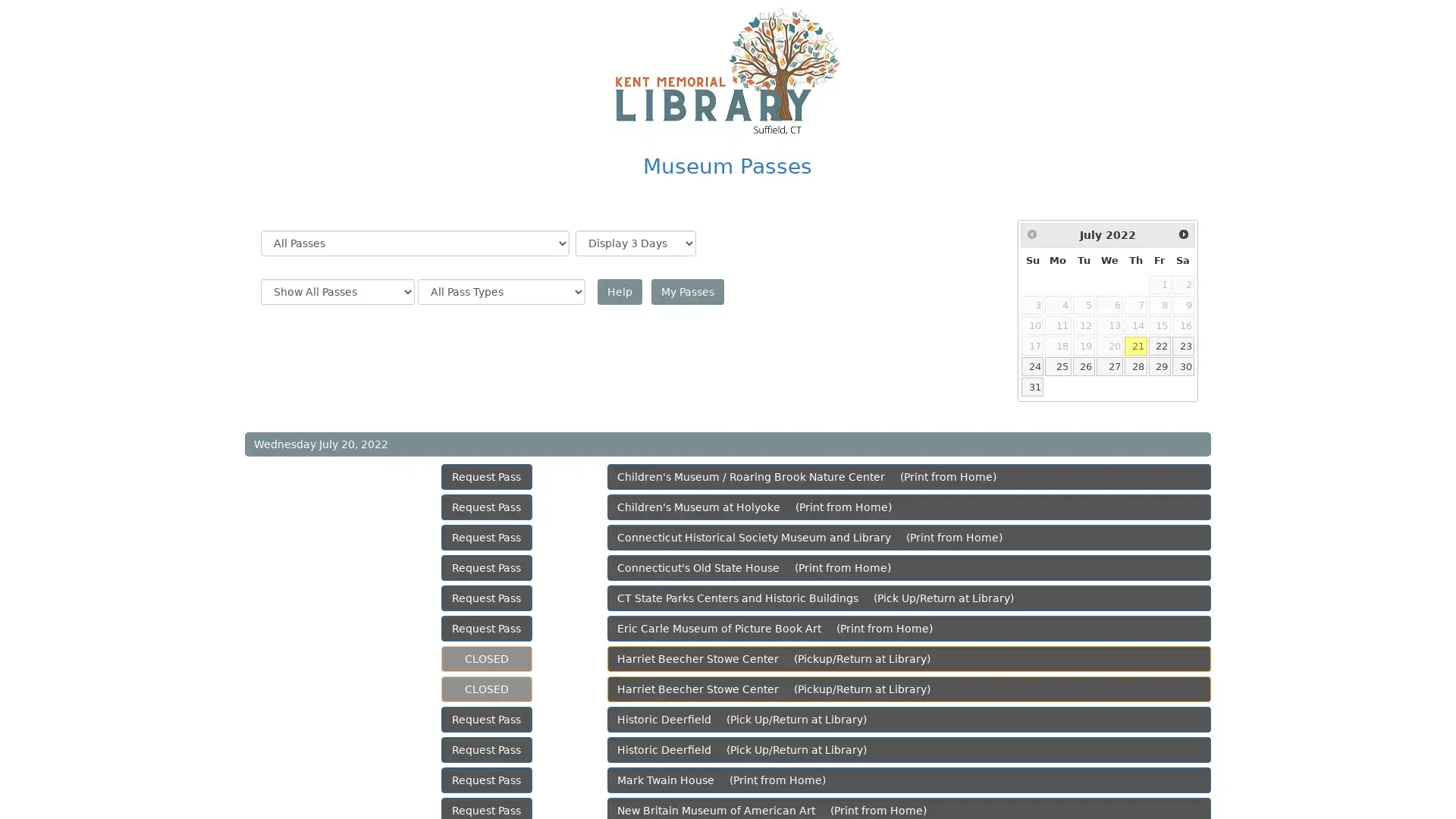 This screenshot has height=819, width=1456. I want to click on Children's Museum at Holyoke     (Print from Home), so click(908, 507).